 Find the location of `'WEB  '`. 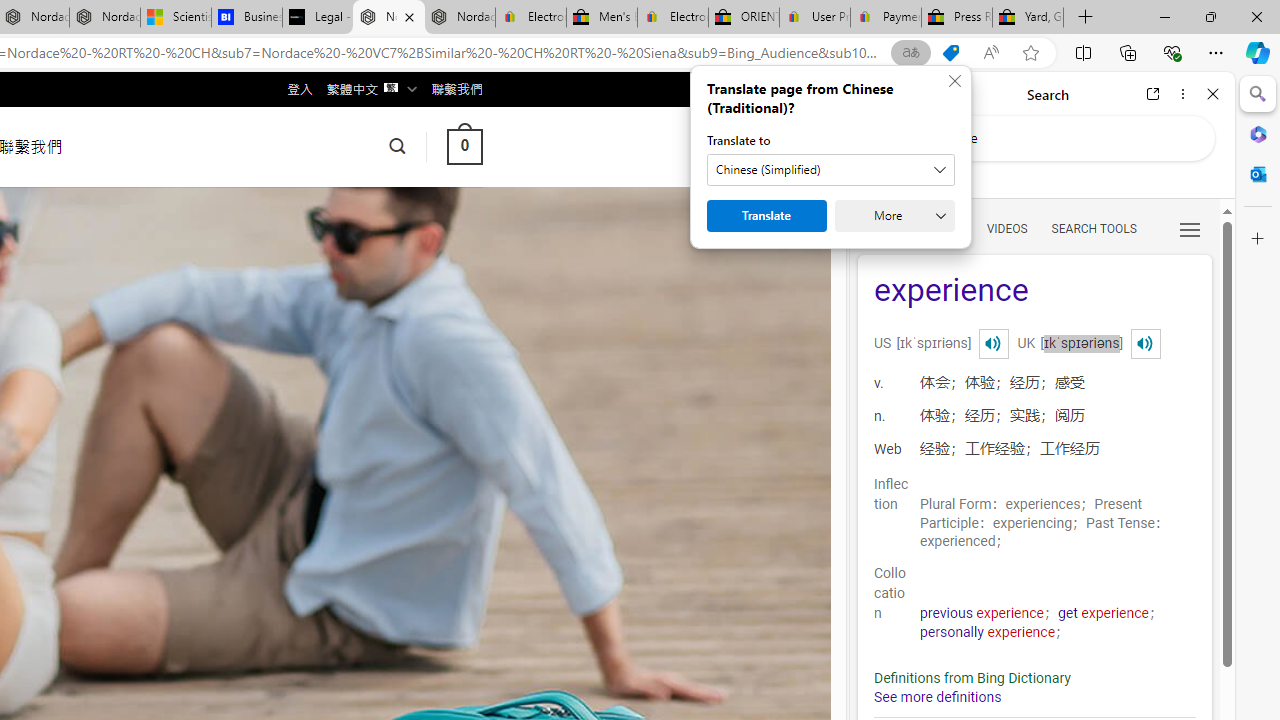

'WEB  ' is located at coordinates (881, 227).